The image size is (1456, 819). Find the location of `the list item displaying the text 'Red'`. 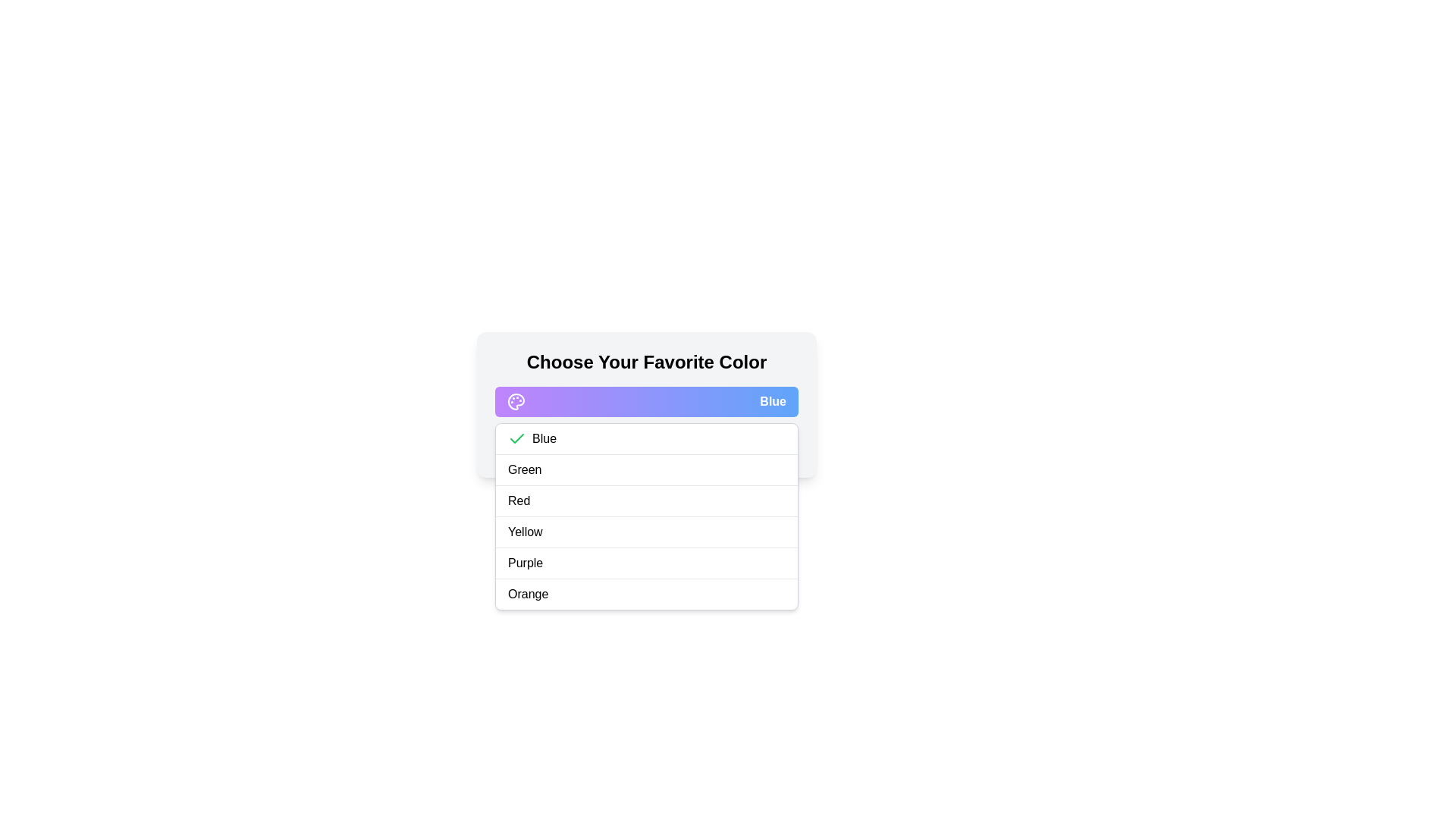

the list item displaying the text 'Red' is located at coordinates (647, 516).